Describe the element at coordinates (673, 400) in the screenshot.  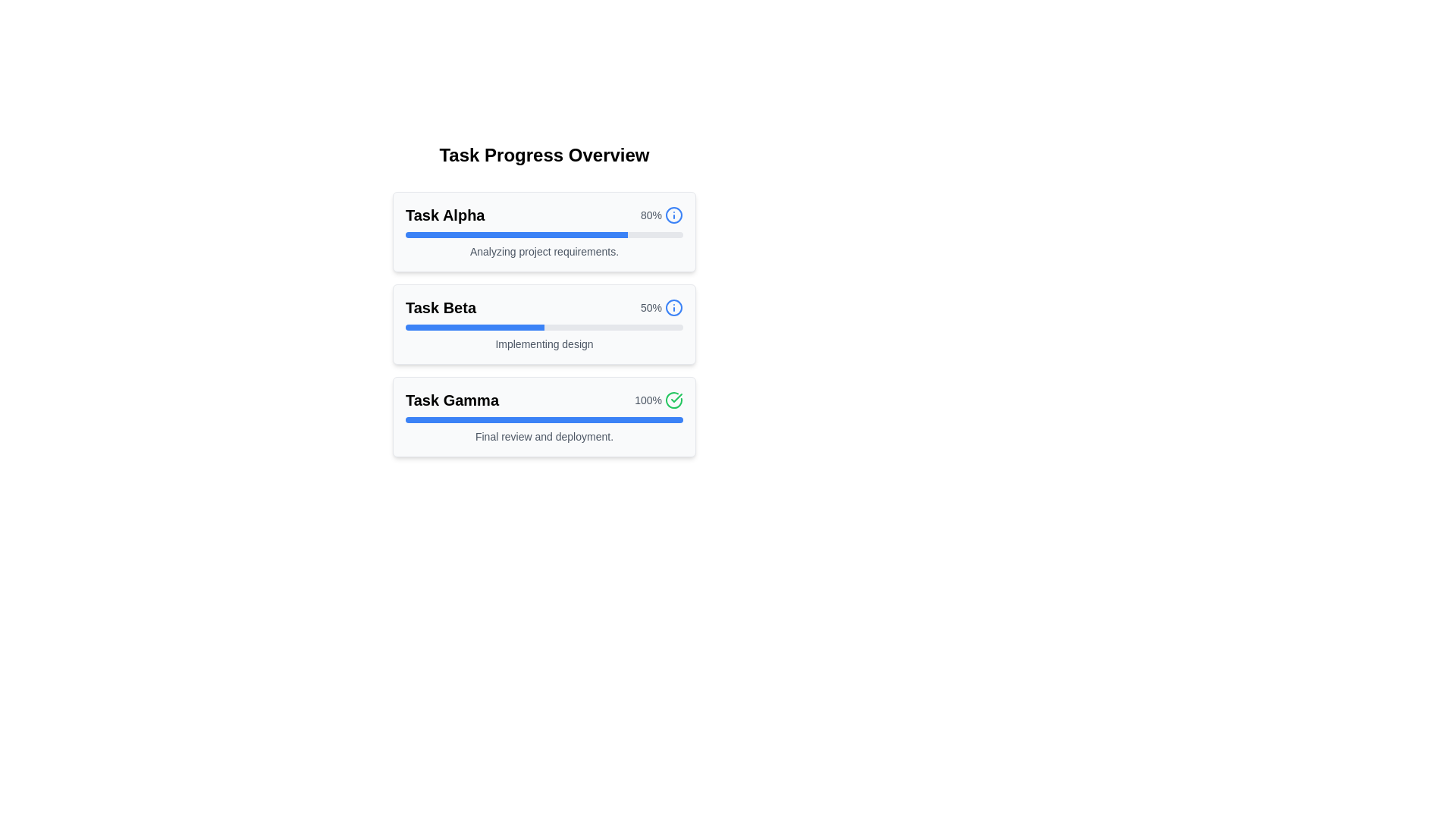
I see `the green circle-check icon indicating task completion in the 'Task Gamma' section, located on the right side of the progress bar` at that location.